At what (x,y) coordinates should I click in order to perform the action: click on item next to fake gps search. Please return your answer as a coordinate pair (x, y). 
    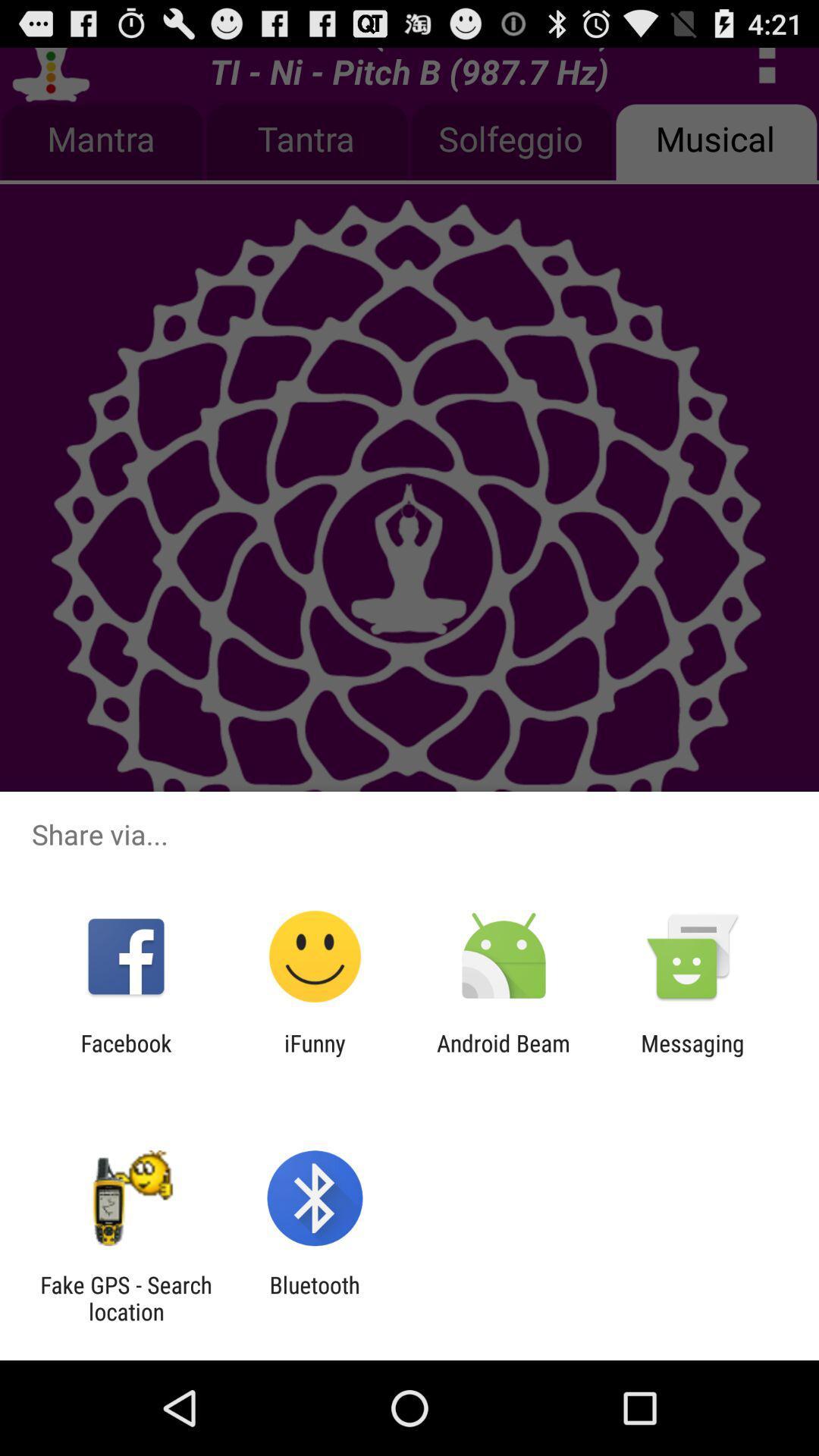
    Looking at the image, I should click on (314, 1298).